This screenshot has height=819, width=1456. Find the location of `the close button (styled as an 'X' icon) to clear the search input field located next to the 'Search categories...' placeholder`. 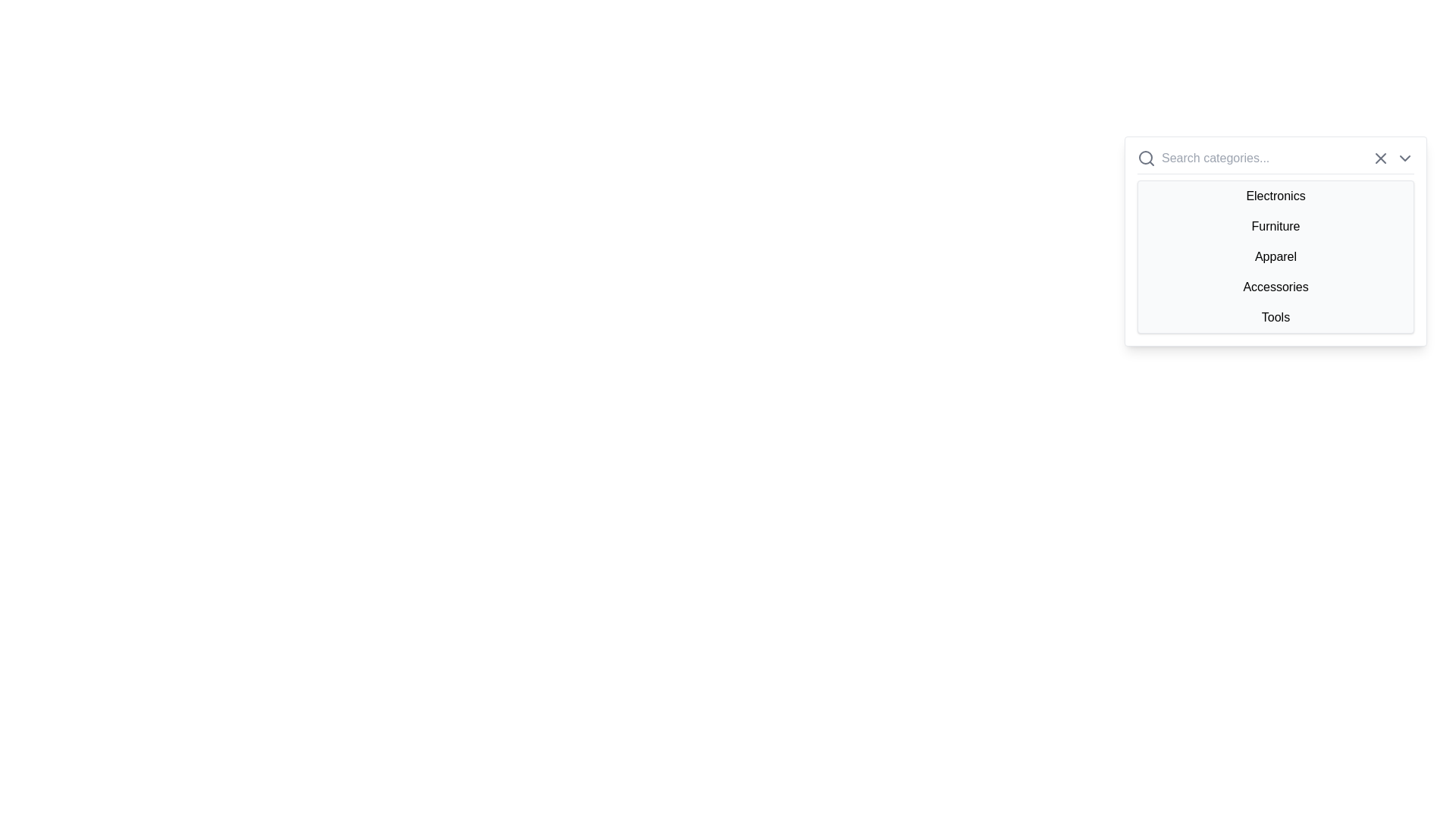

the close button (styled as an 'X' icon) to clear the search input field located next to the 'Search categories...' placeholder is located at coordinates (1380, 158).